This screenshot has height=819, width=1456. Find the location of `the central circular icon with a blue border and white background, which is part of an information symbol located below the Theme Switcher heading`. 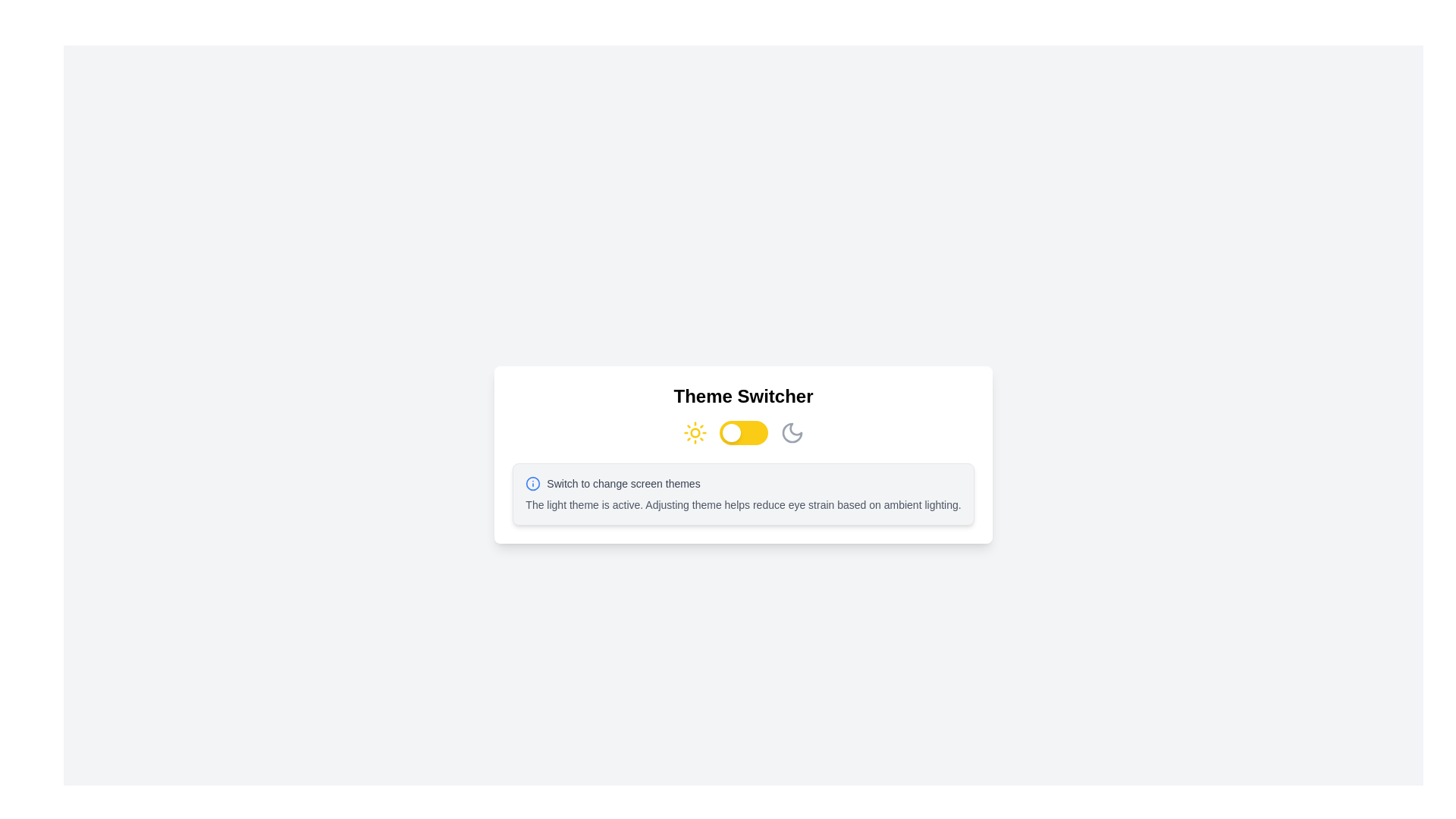

the central circular icon with a blue border and white background, which is part of an information symbol located below the Theme Switcher heading is located at coordinates (533, 483).